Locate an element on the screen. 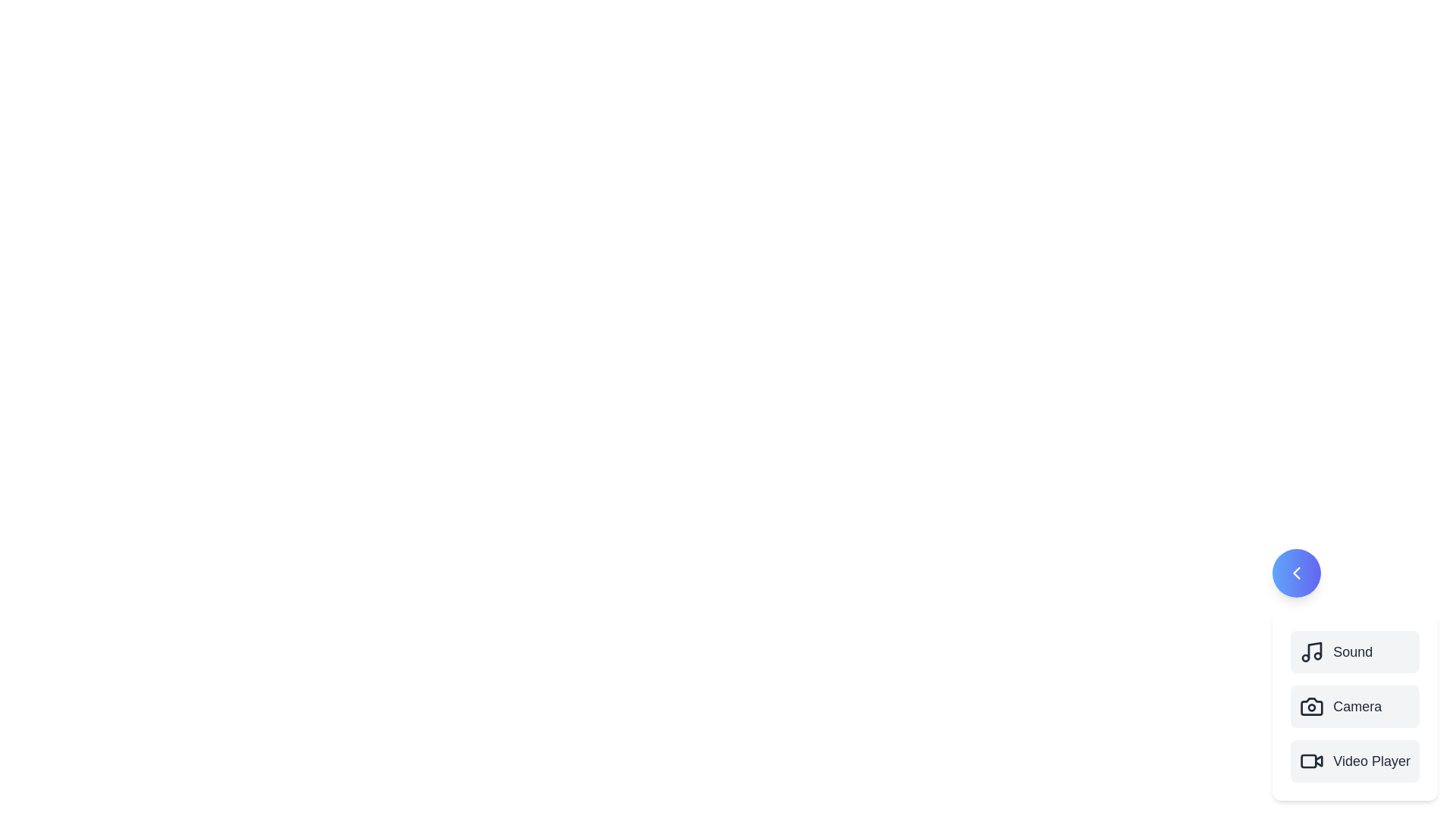 The width and height of the screenshot is (1456, 819). circular button to toggle the visibility of the multimedia options menu is located at coordinates (1296, 573).